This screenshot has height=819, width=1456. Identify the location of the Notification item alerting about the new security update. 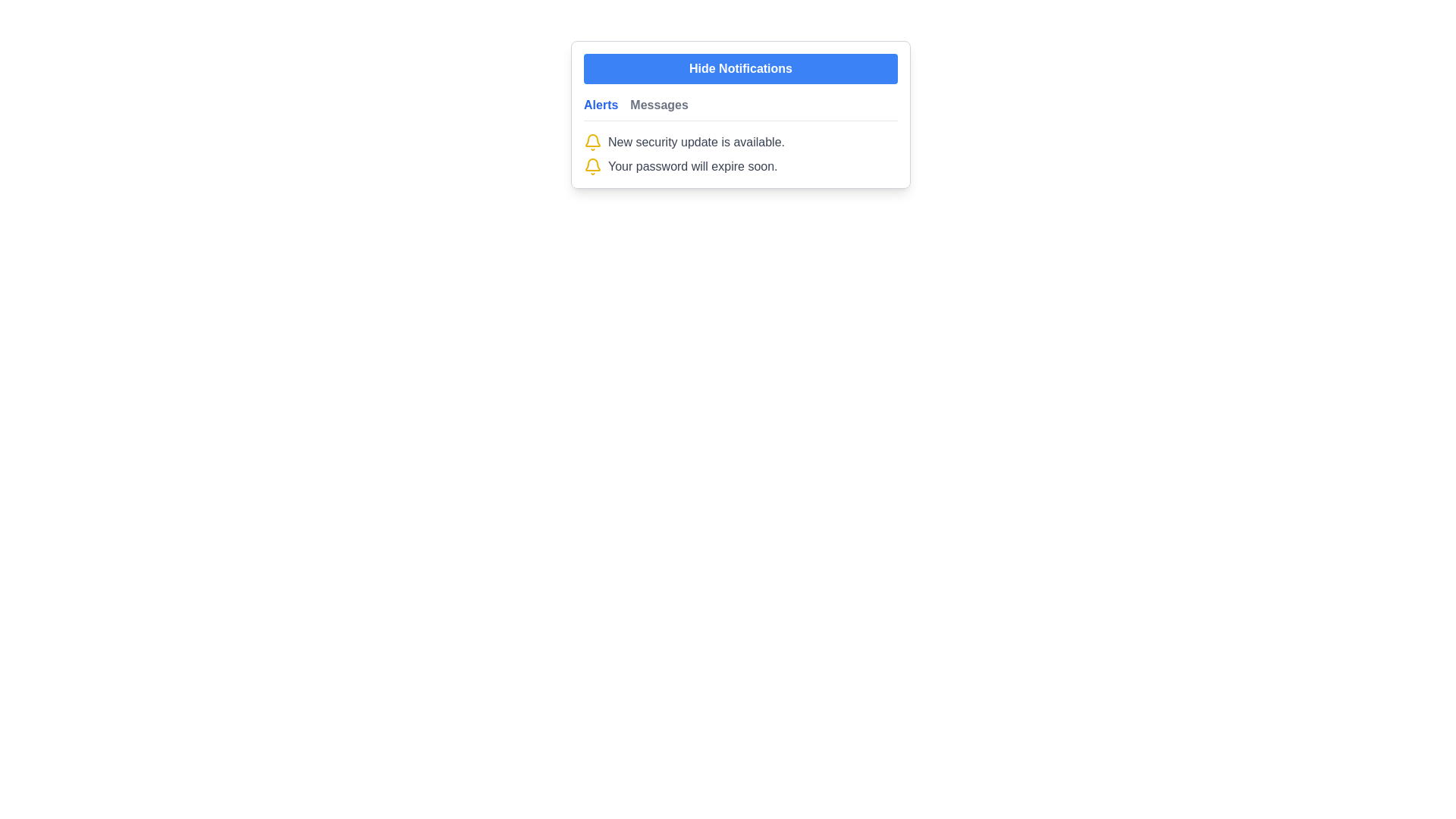
(741, 143).